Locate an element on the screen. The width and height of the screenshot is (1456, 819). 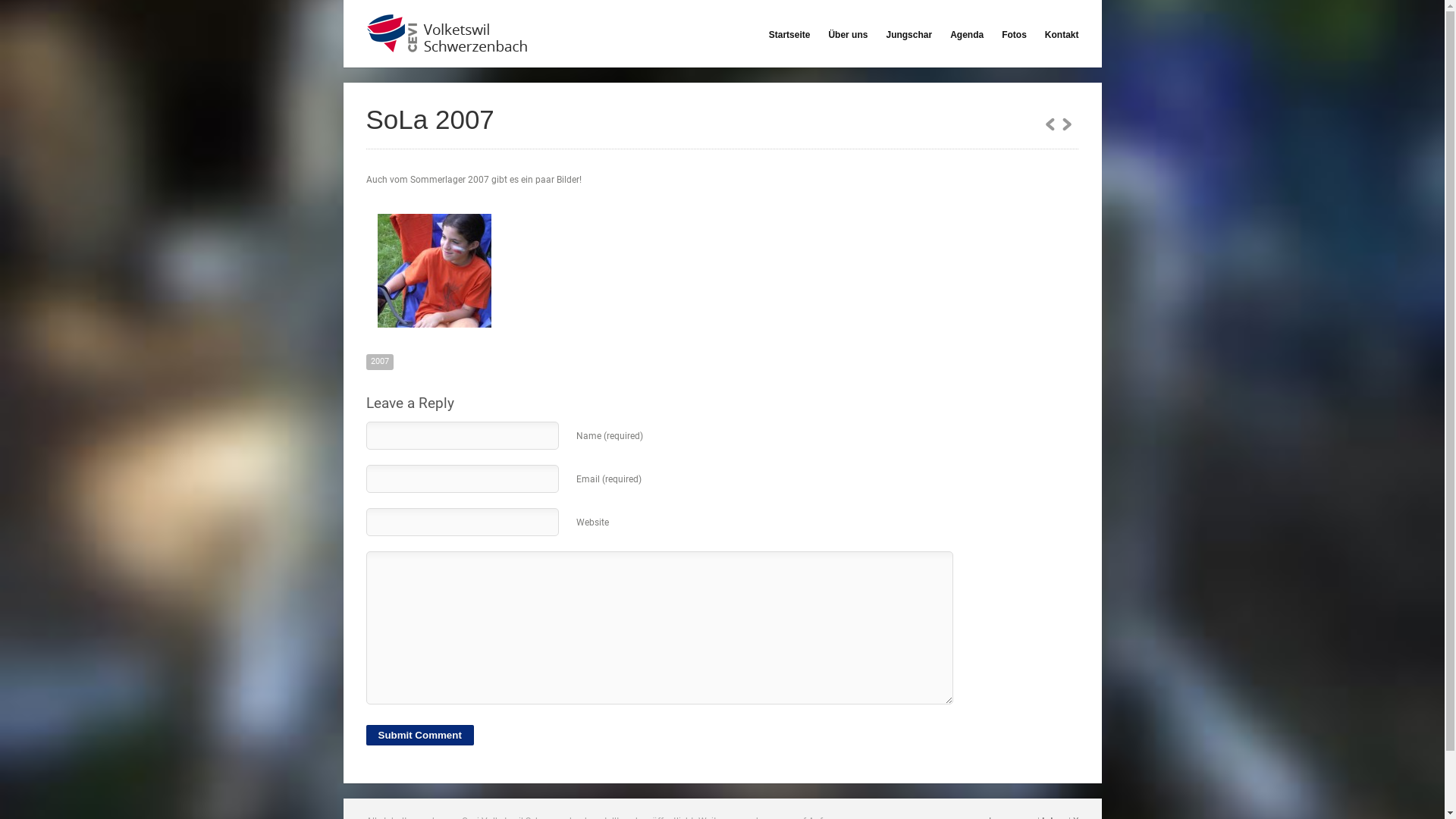
'Submit Comment' is located at coordinates (419, 734).